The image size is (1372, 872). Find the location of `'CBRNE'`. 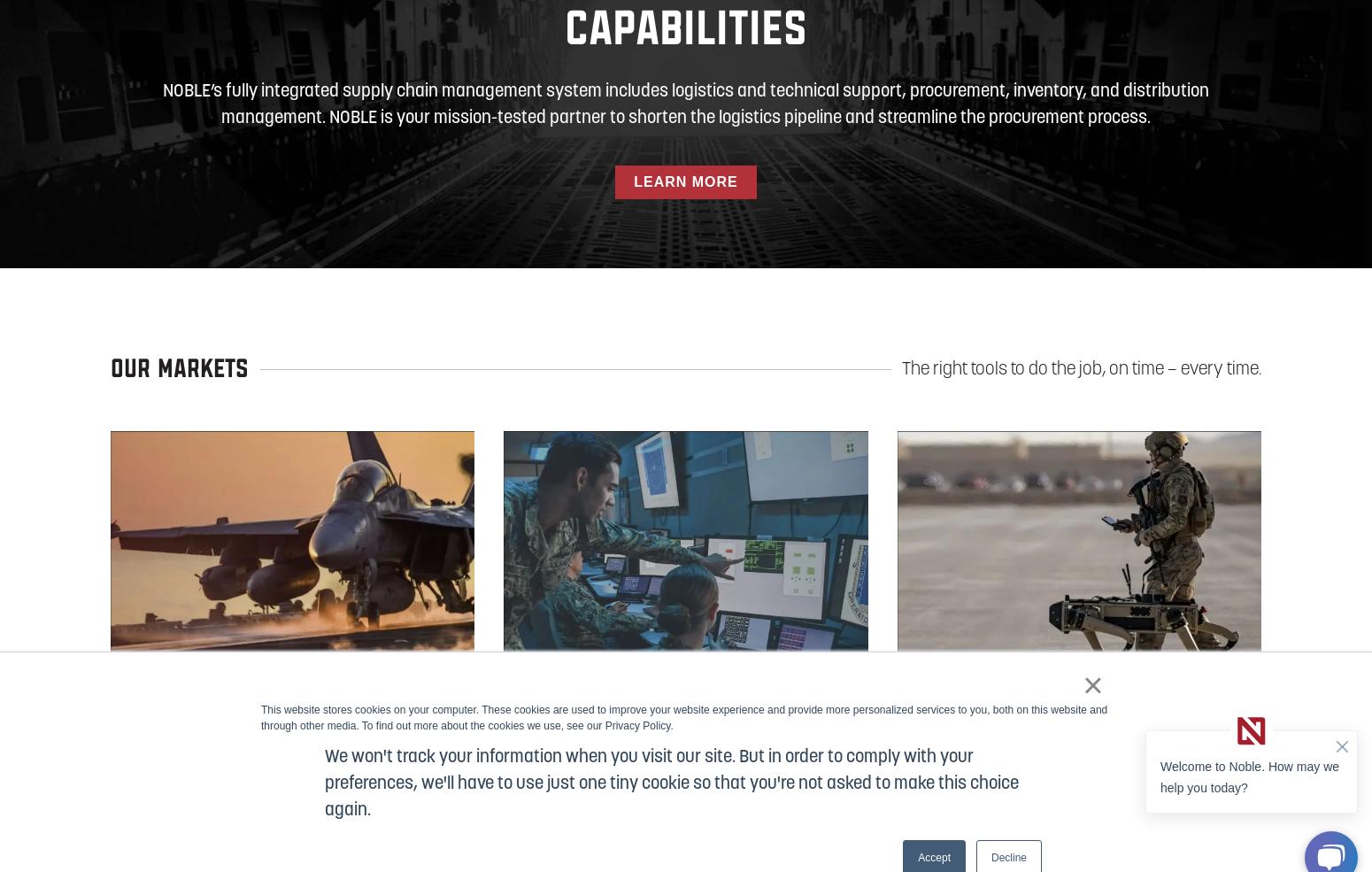

'CBRNE' is located at coordinates (896, 703).